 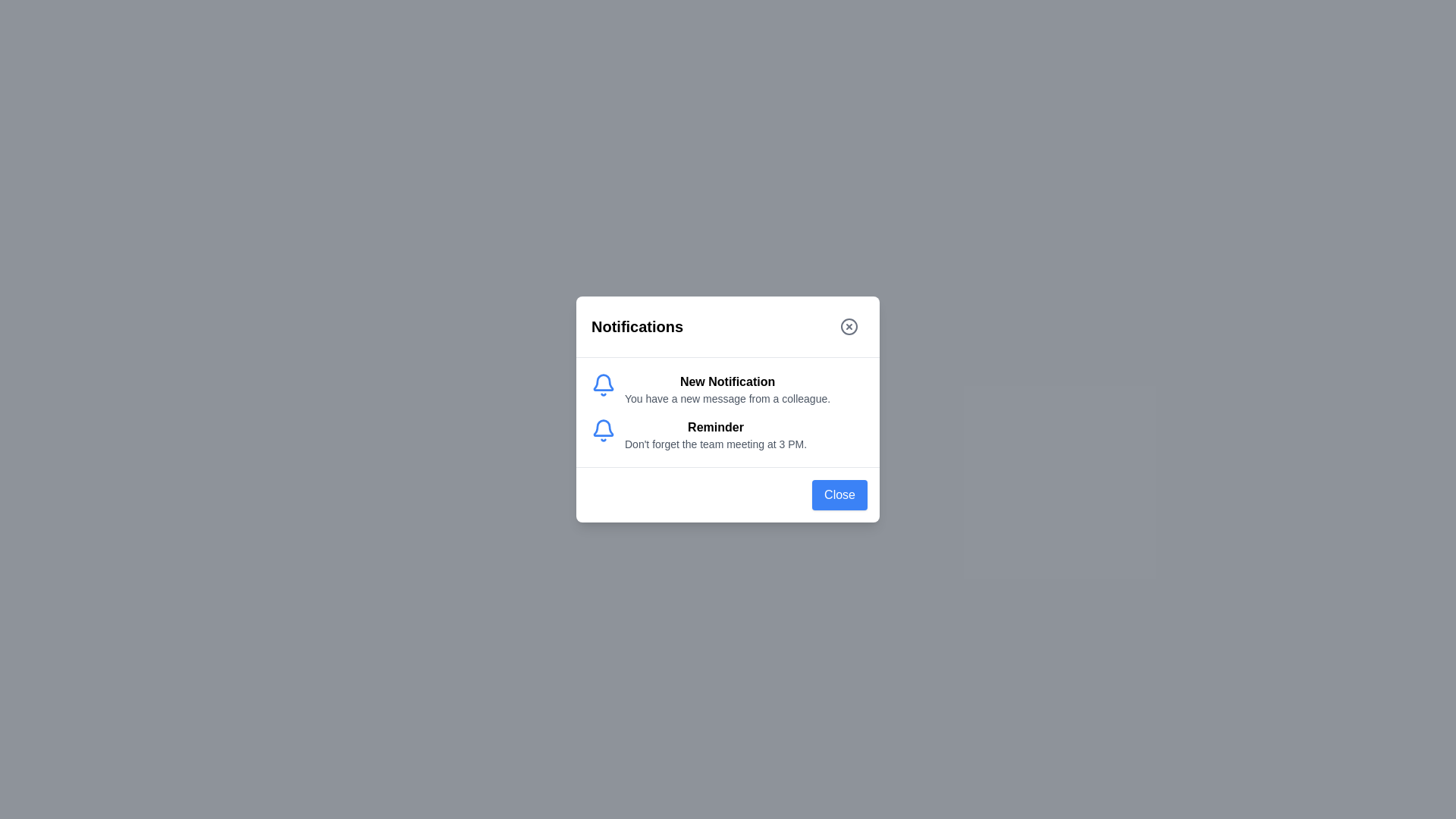 I want to click on the informational text that reads 'You have a new message from a colleague.', which is positioned beneath the heading 'New Notification' in the notification card, so click(x=726, y=397).